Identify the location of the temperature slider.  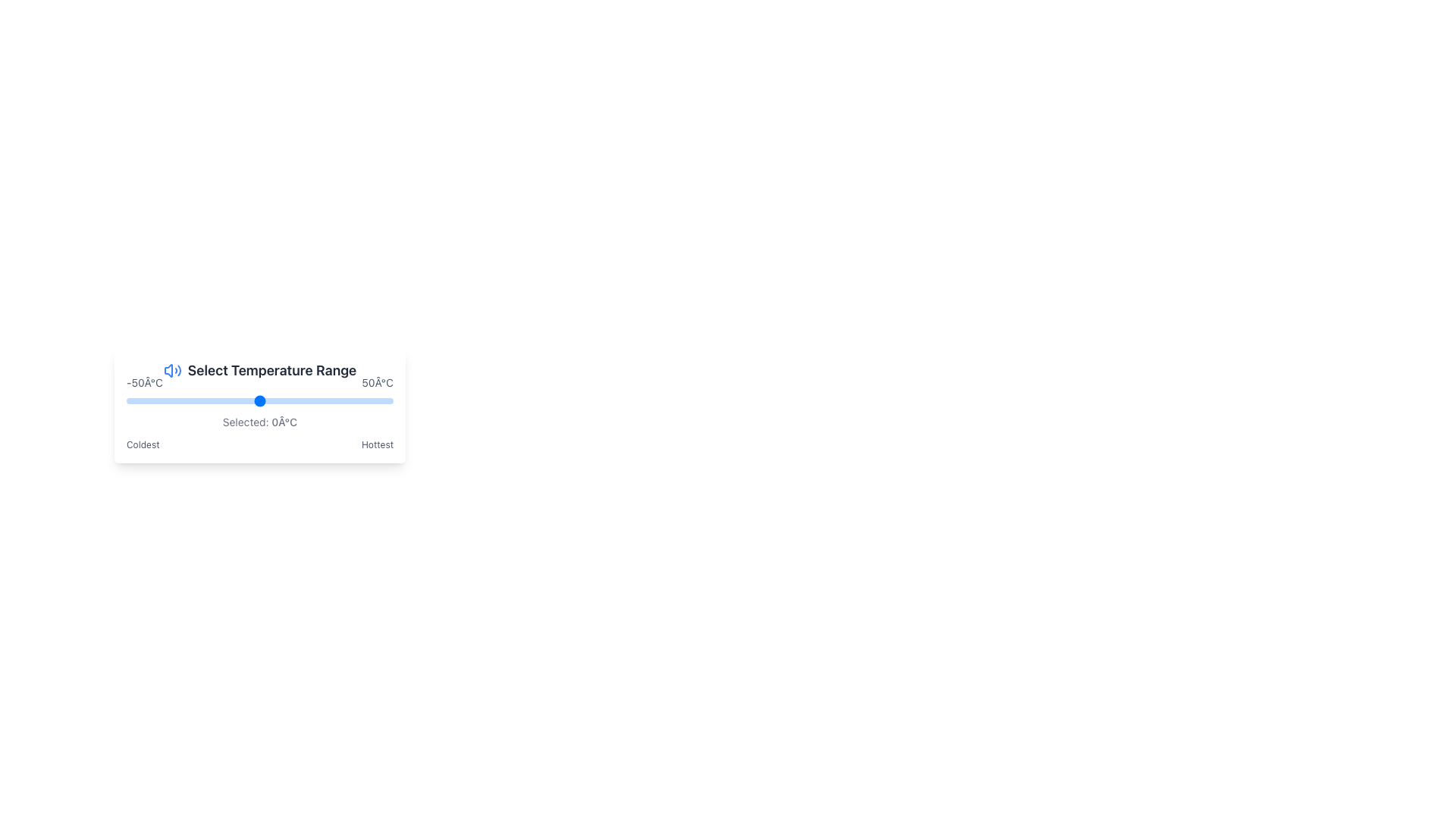
(134, 400).